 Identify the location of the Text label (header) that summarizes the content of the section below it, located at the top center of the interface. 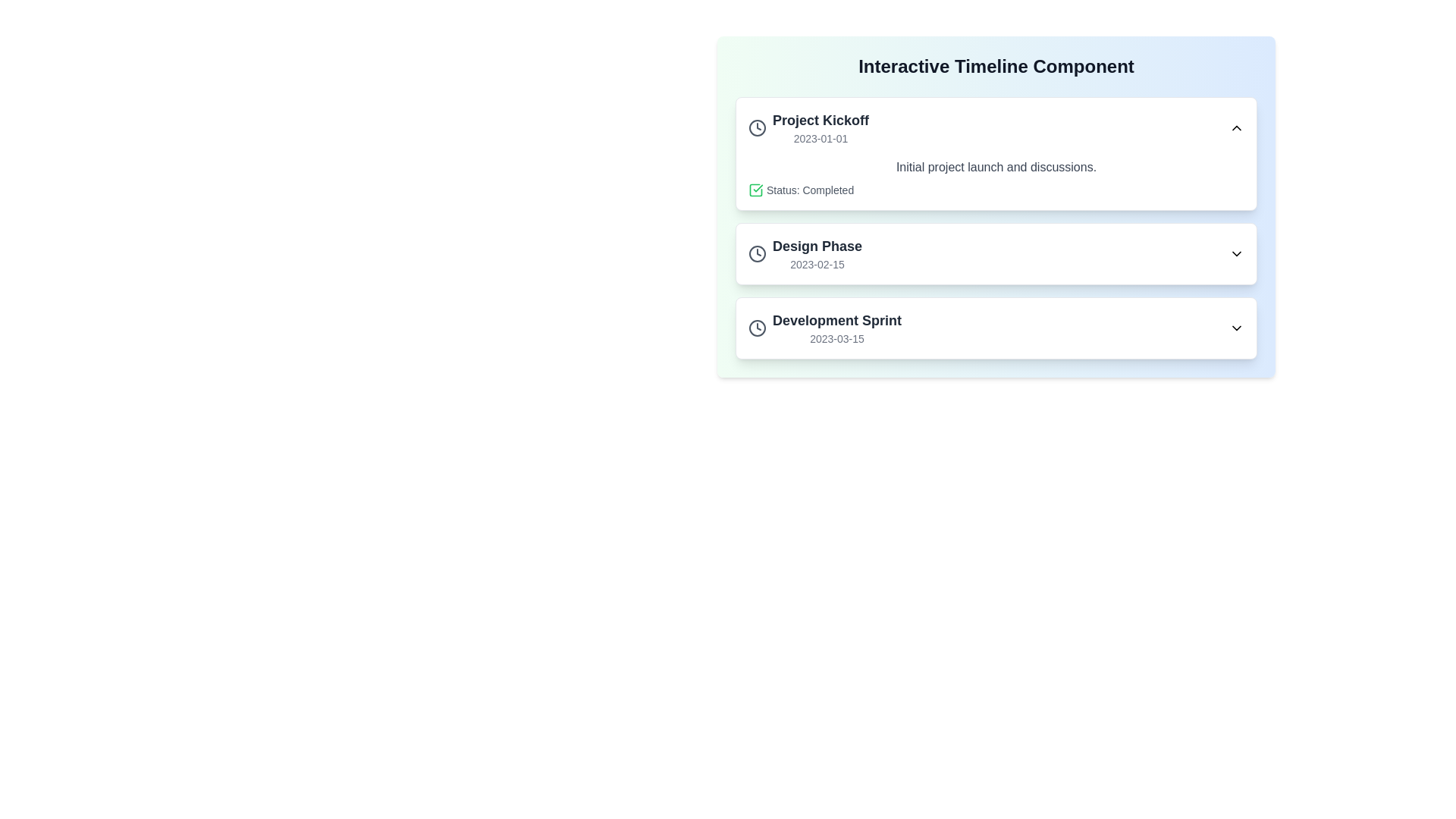
(996, 66).